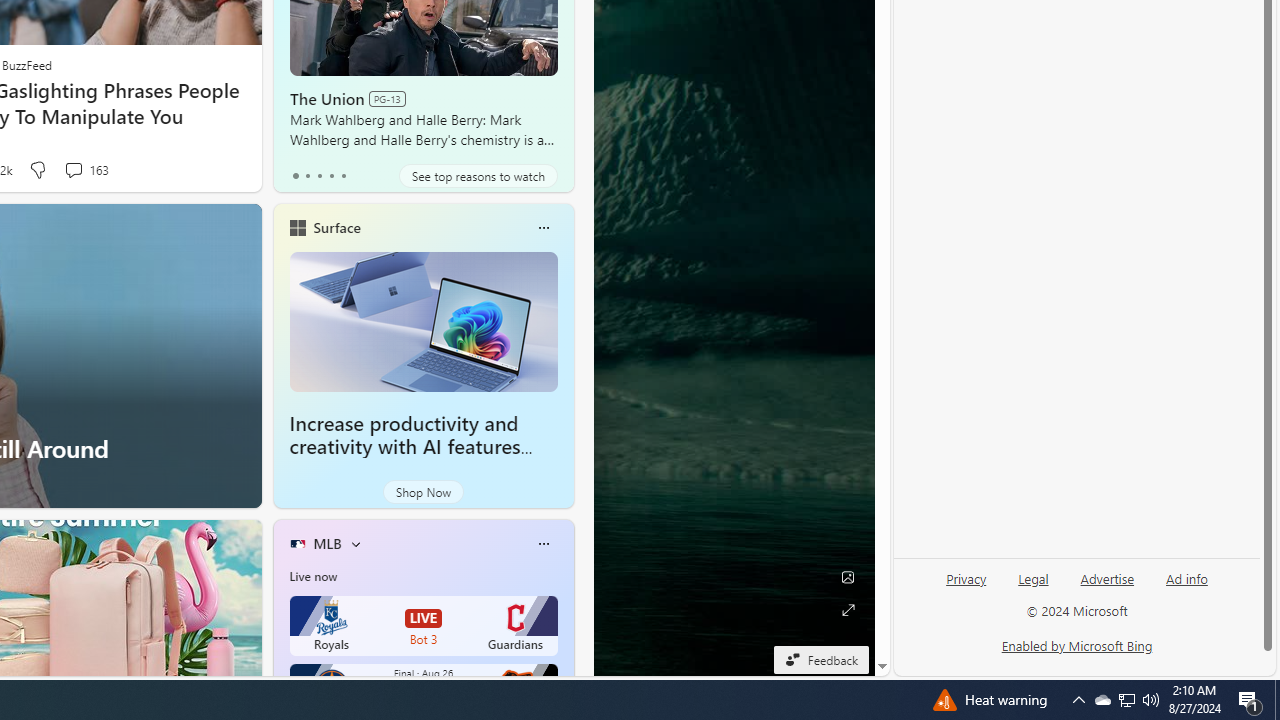  What do you see at coordinates (327, 543) in the screenshot?
I see `'MLB'` at bounding box center [327, 543].